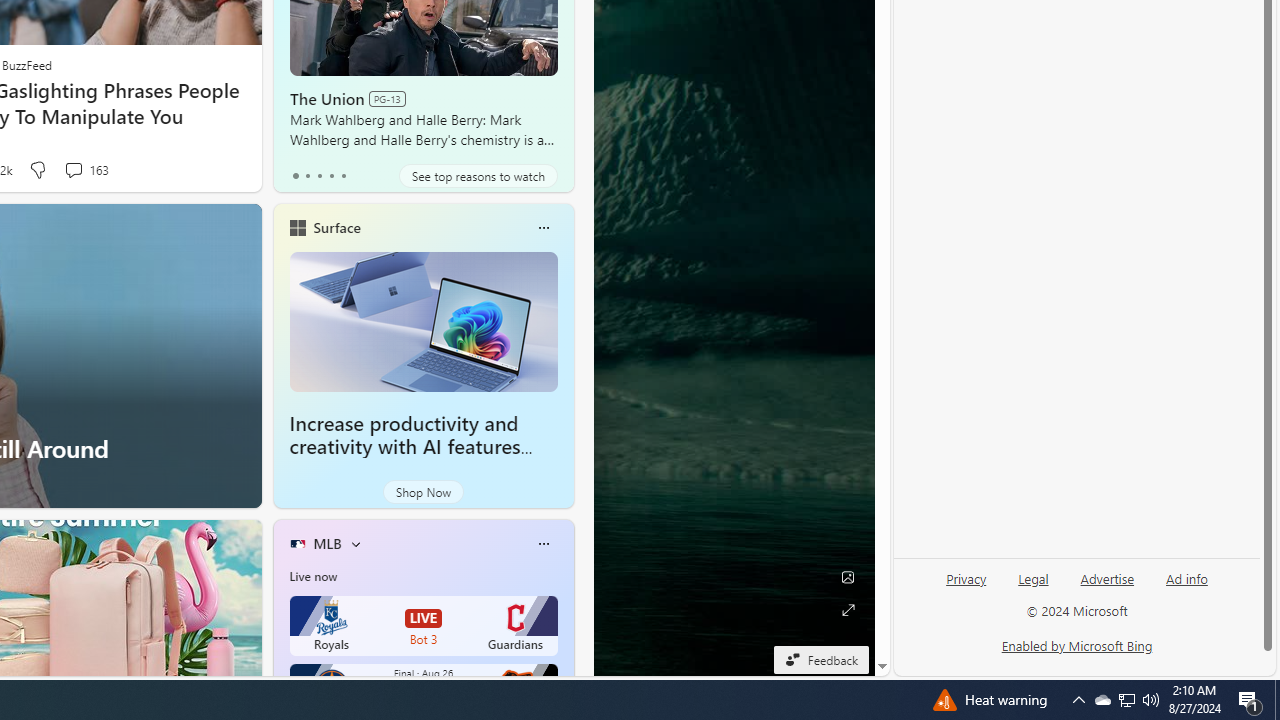  What do you see at coordinates (327, 543) in the screenshot?
I see `'MLB'` at bounding box center [327, 543].